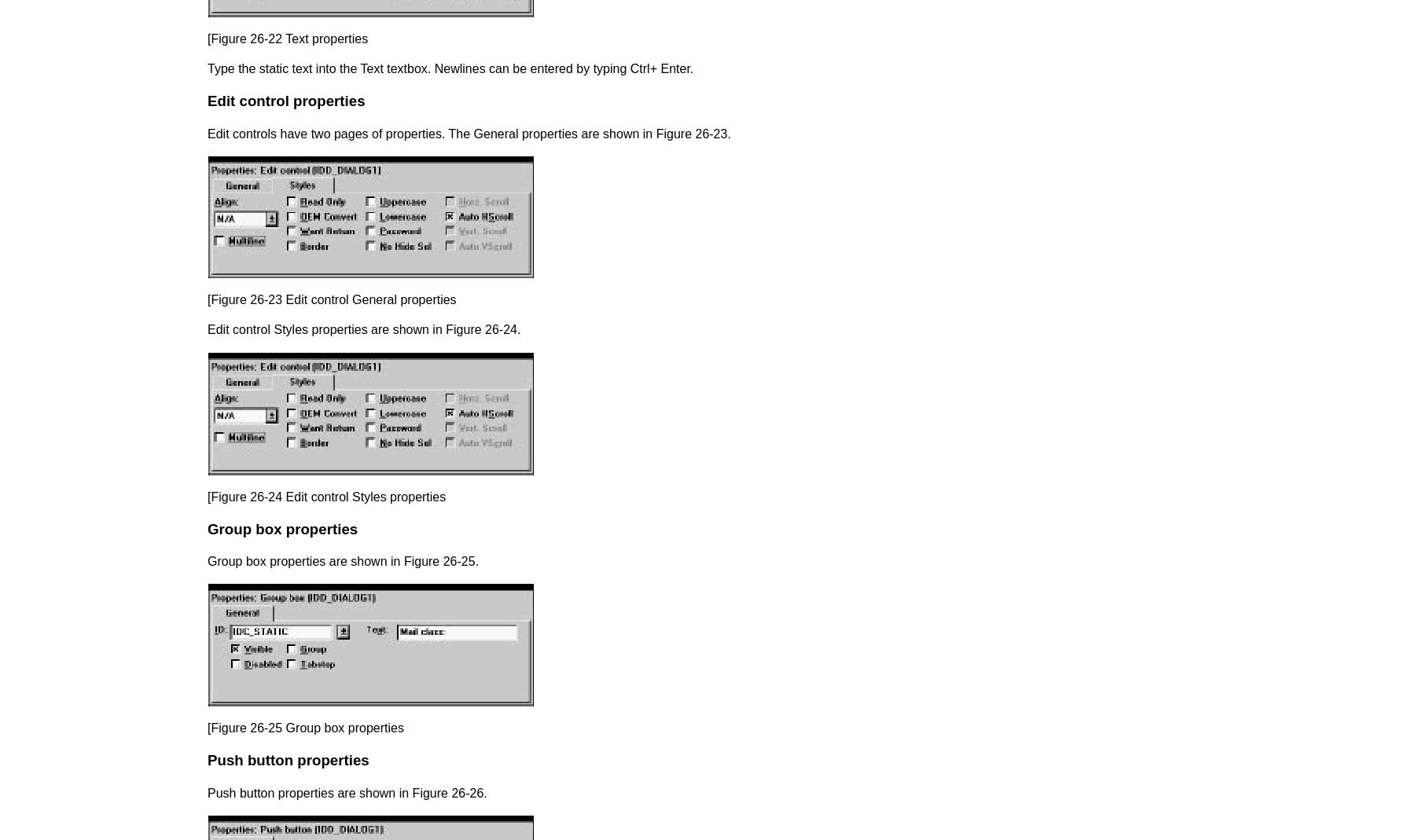  Describe the element at coordinates (450, 68) in the screenshot. I see `'Type the static text into the Text textbox. Newlines can be entered 
by typing Ctrl+ Enter.'` at that location.